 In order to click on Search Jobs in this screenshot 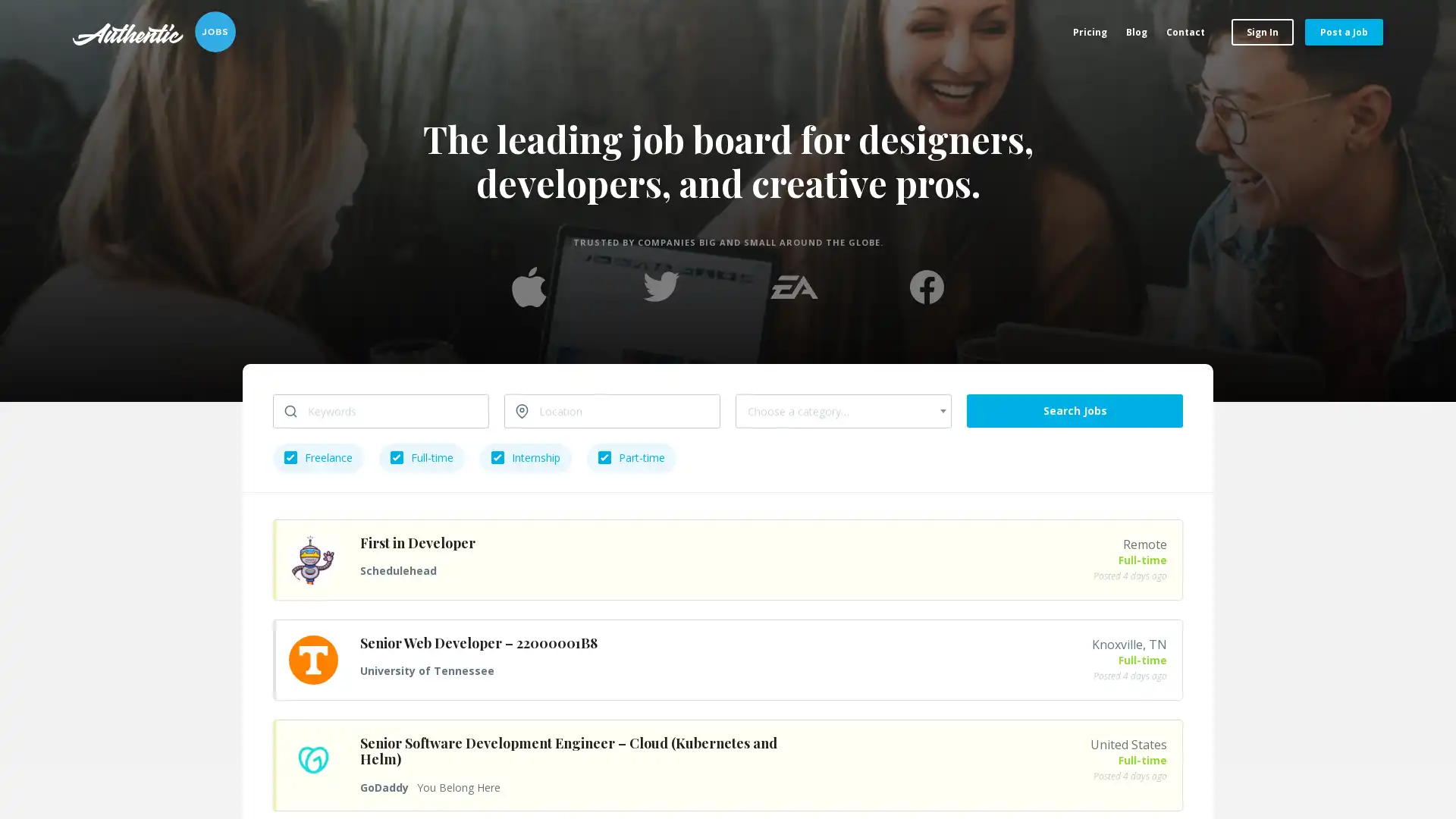, I will do `click(1074, 410)`.